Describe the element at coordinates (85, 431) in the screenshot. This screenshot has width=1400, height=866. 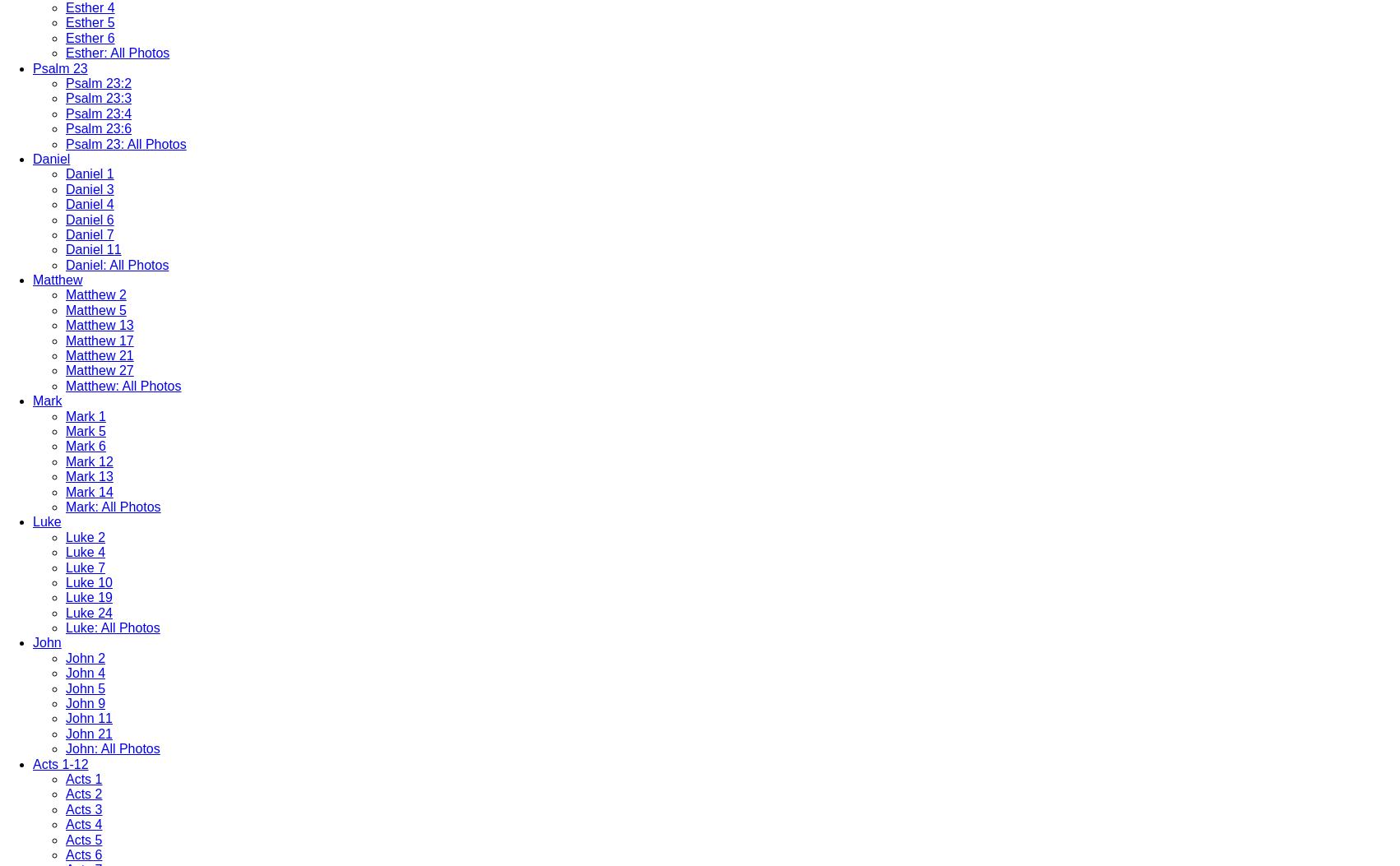
I see `'Mark 5'` at that location.